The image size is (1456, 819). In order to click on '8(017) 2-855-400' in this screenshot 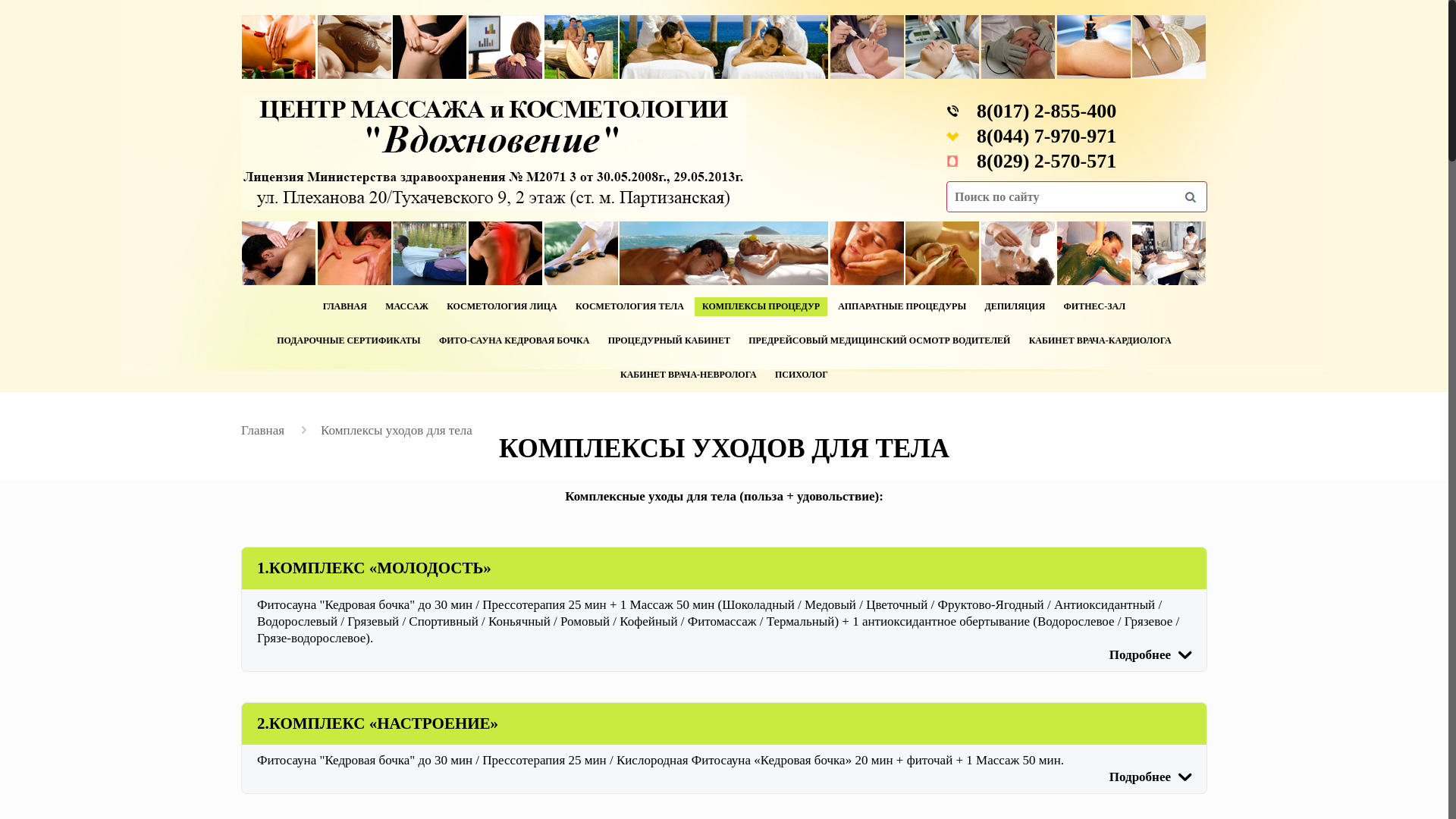, I will do `click(1046, 110)`.